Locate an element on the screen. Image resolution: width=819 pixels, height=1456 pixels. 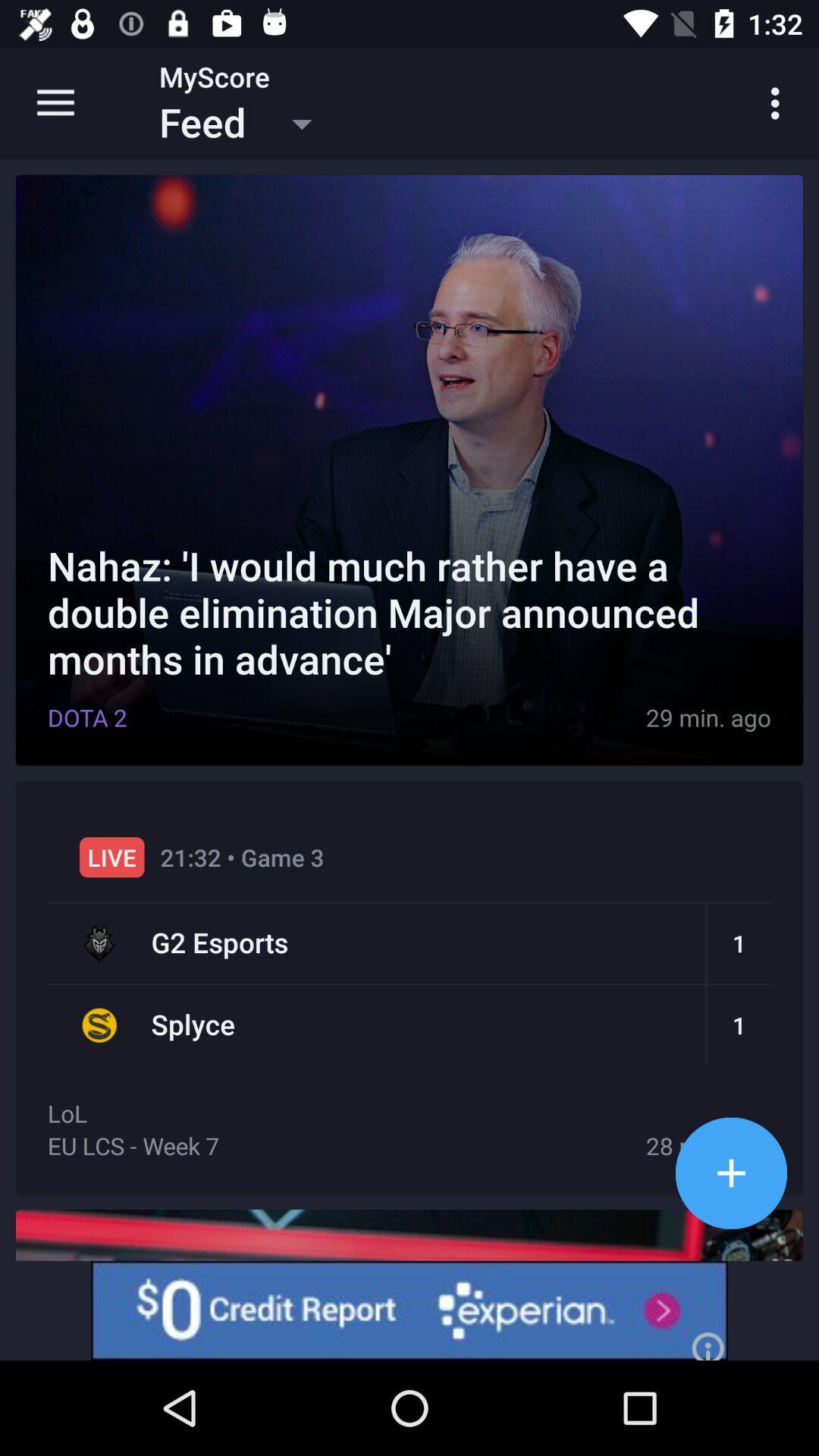
increase is located at coordinates (730, 1172).